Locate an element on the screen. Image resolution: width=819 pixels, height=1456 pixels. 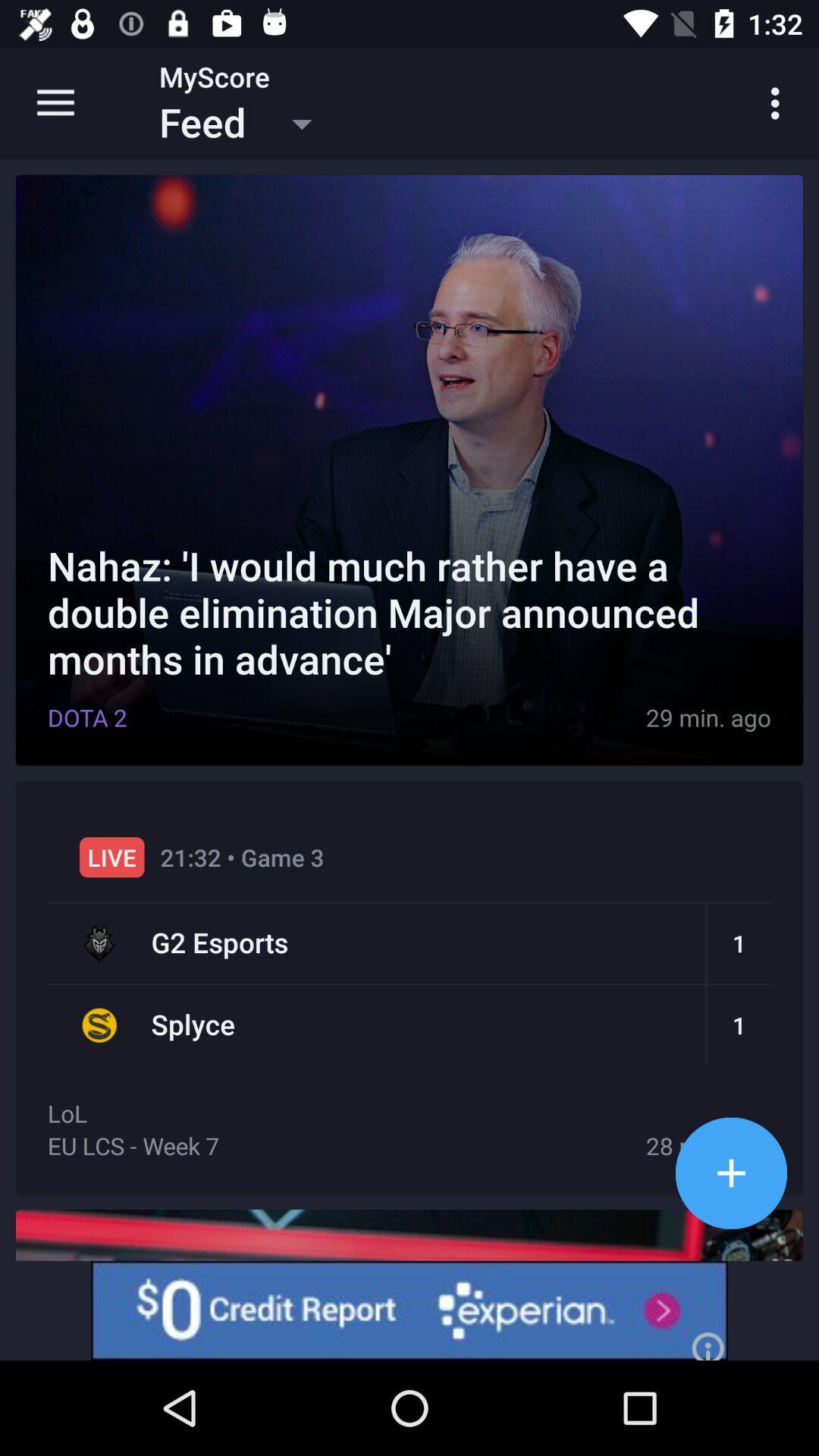
increase is located at coordinates (730, 1172).